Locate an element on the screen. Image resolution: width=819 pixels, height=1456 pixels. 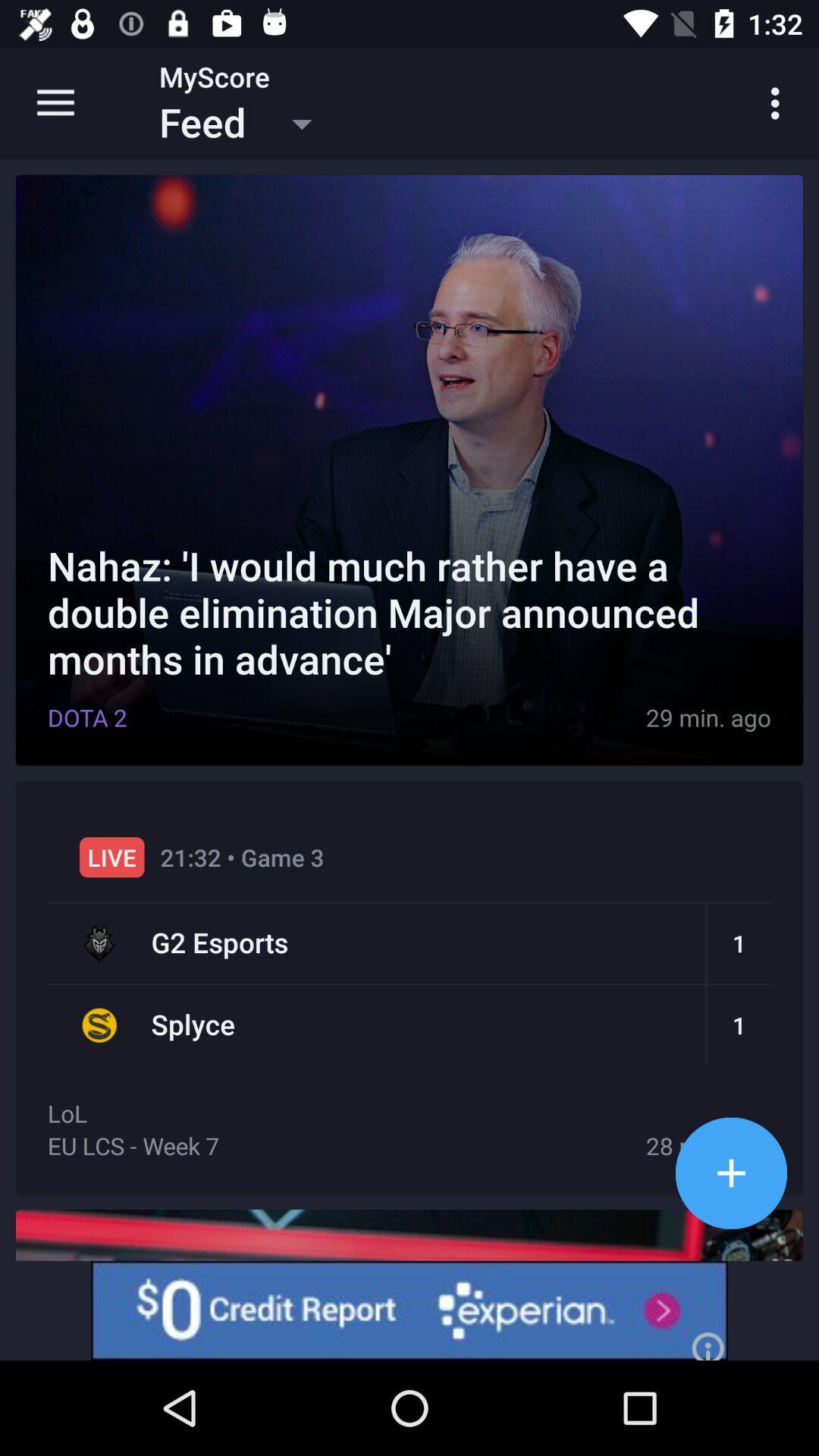
increase is located at coordinates (730, 1172).